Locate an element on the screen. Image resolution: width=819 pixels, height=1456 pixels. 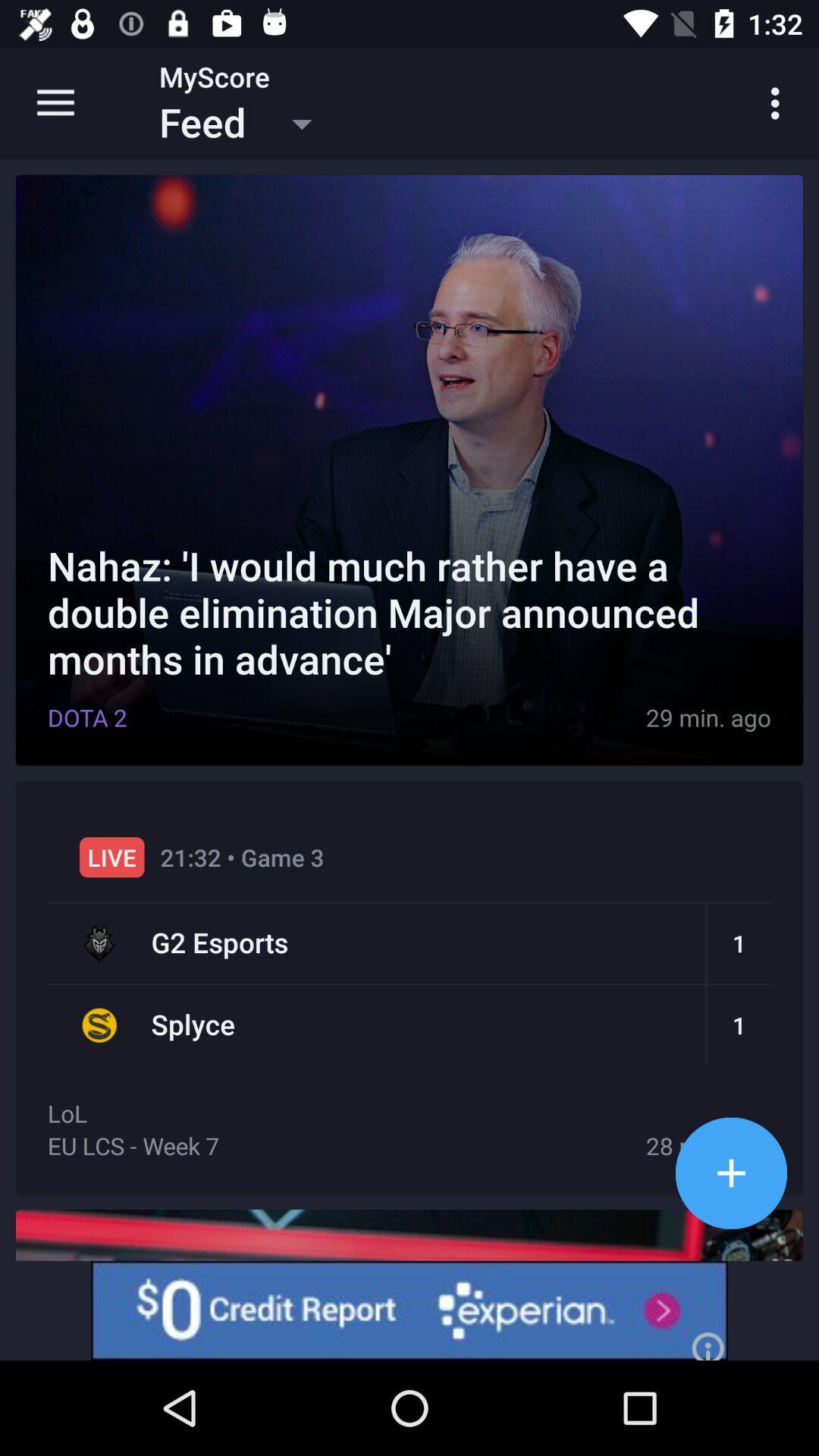
increase is located at coordinates (730, 1172).